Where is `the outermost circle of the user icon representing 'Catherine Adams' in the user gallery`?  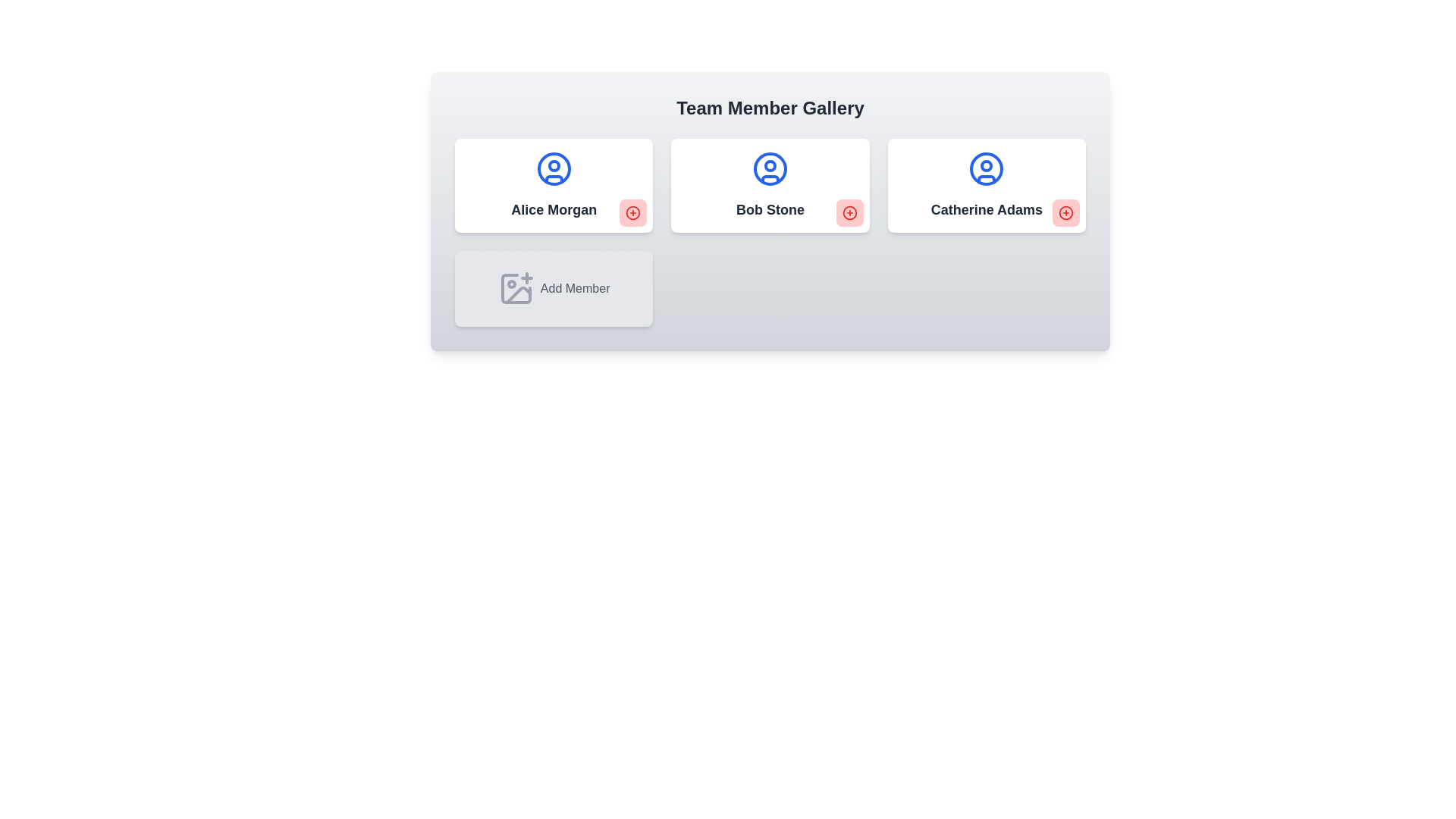 the outermost circle of the user icon representing 'Catherine Adams' in the user gallery is located at coordinates (987, 169).